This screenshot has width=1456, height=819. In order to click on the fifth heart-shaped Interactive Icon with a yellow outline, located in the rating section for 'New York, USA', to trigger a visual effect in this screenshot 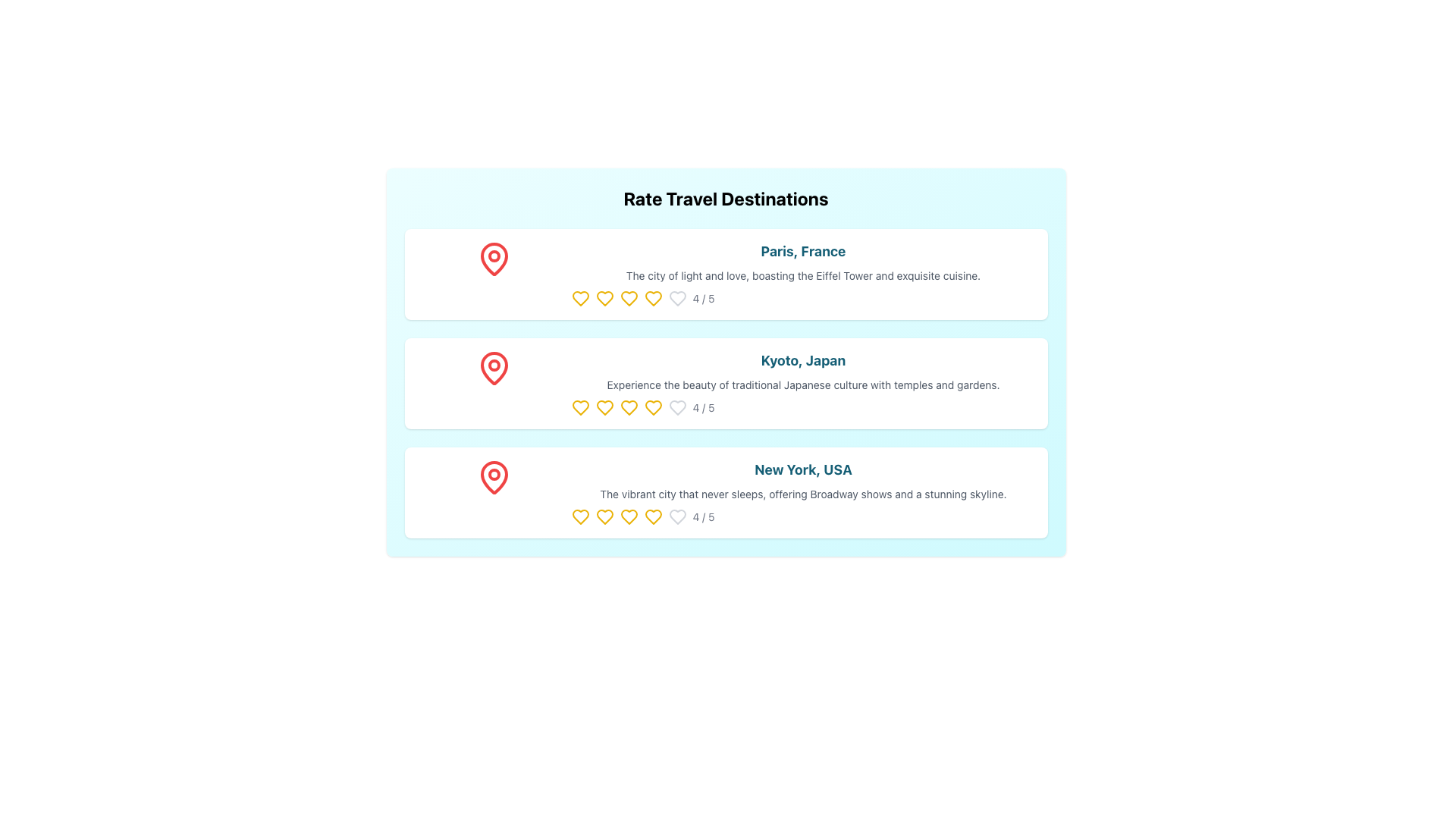, I will do `click(629, 516)`.